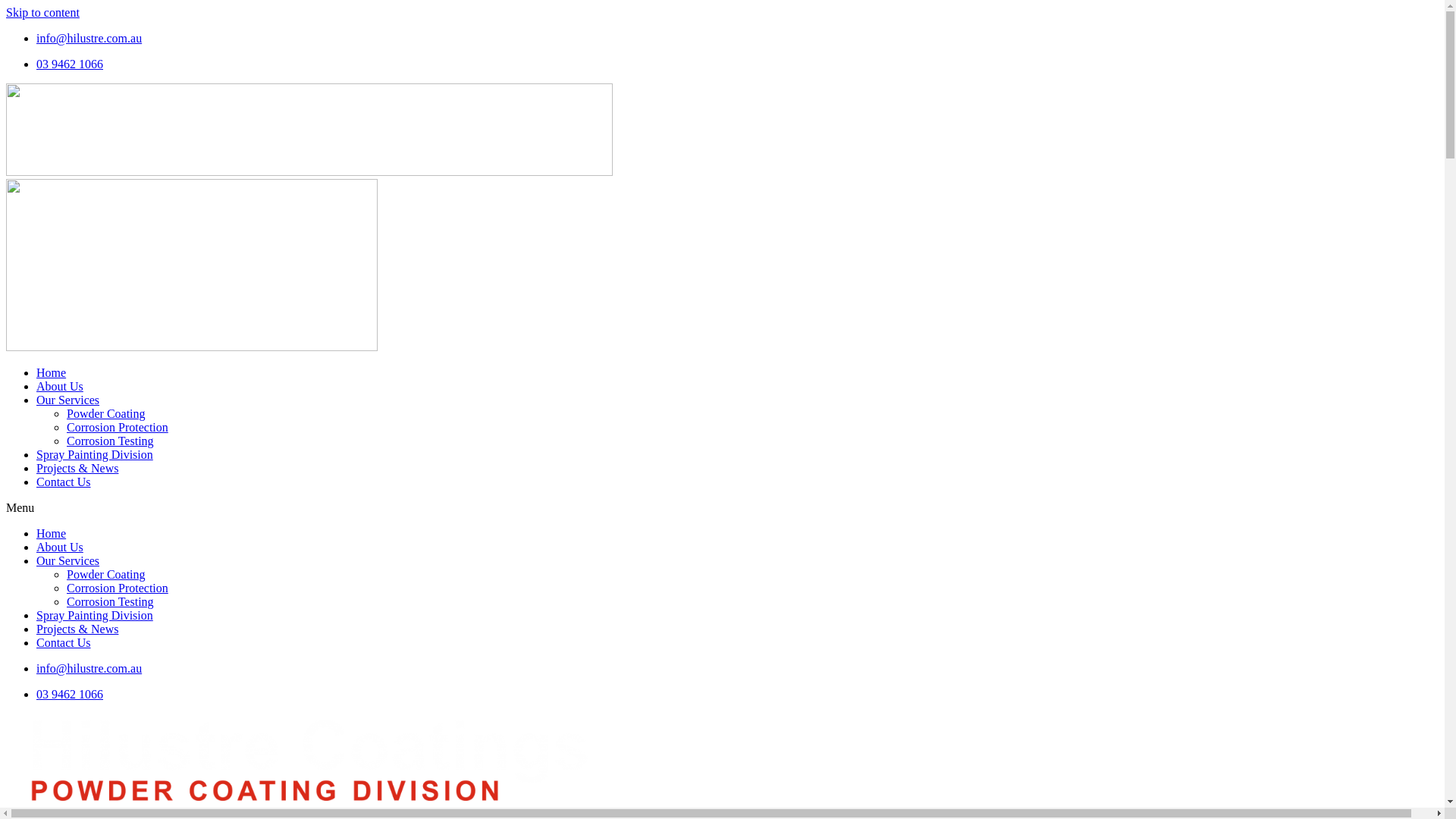  What do you see at coordinates (36, 547) in the screenshot?
I see `'About Us'` at bounding box center [36, 547].